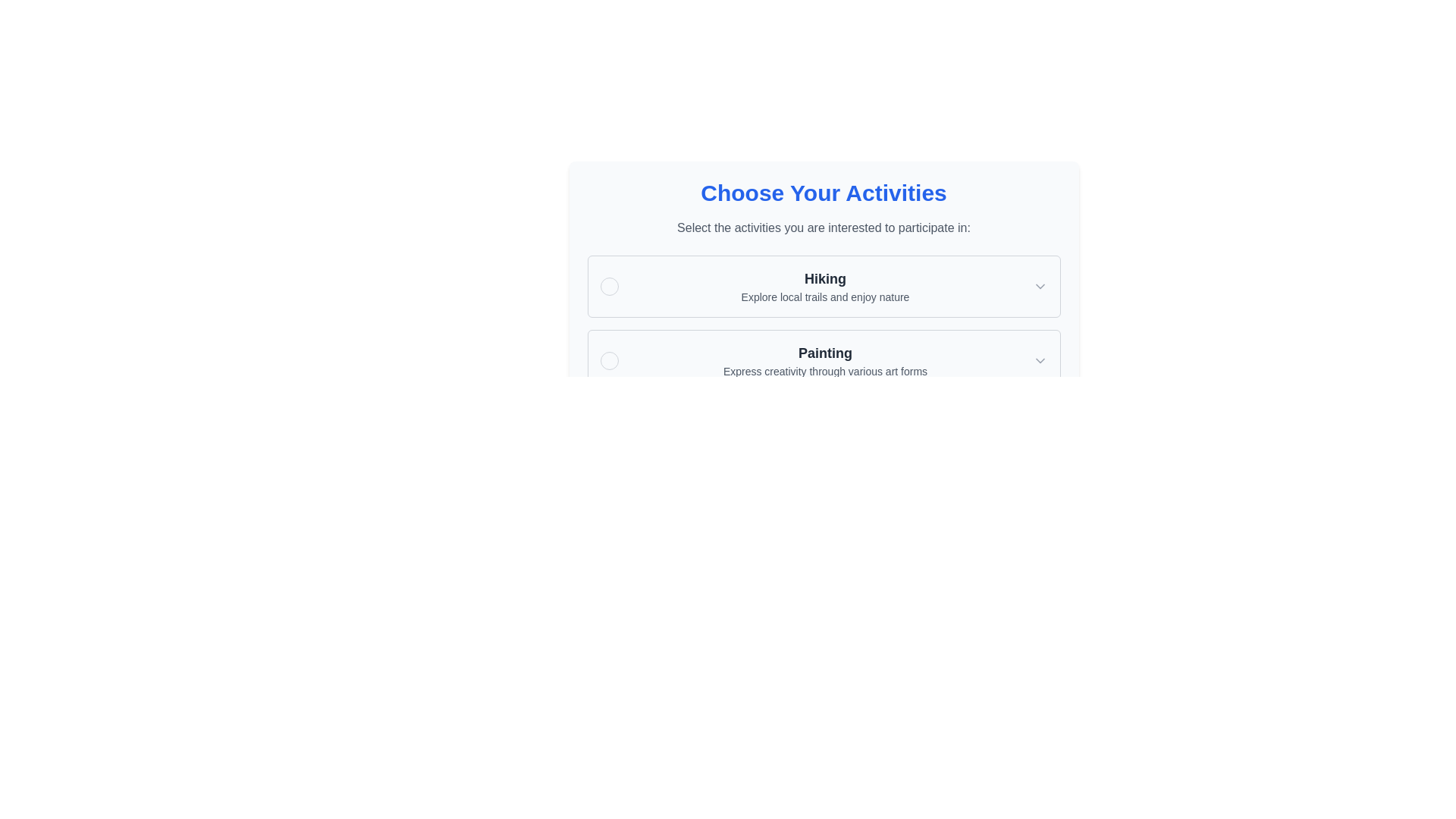  I want to click on the circular radio button located to the left of the 'Painting' text, so click(609, 360).